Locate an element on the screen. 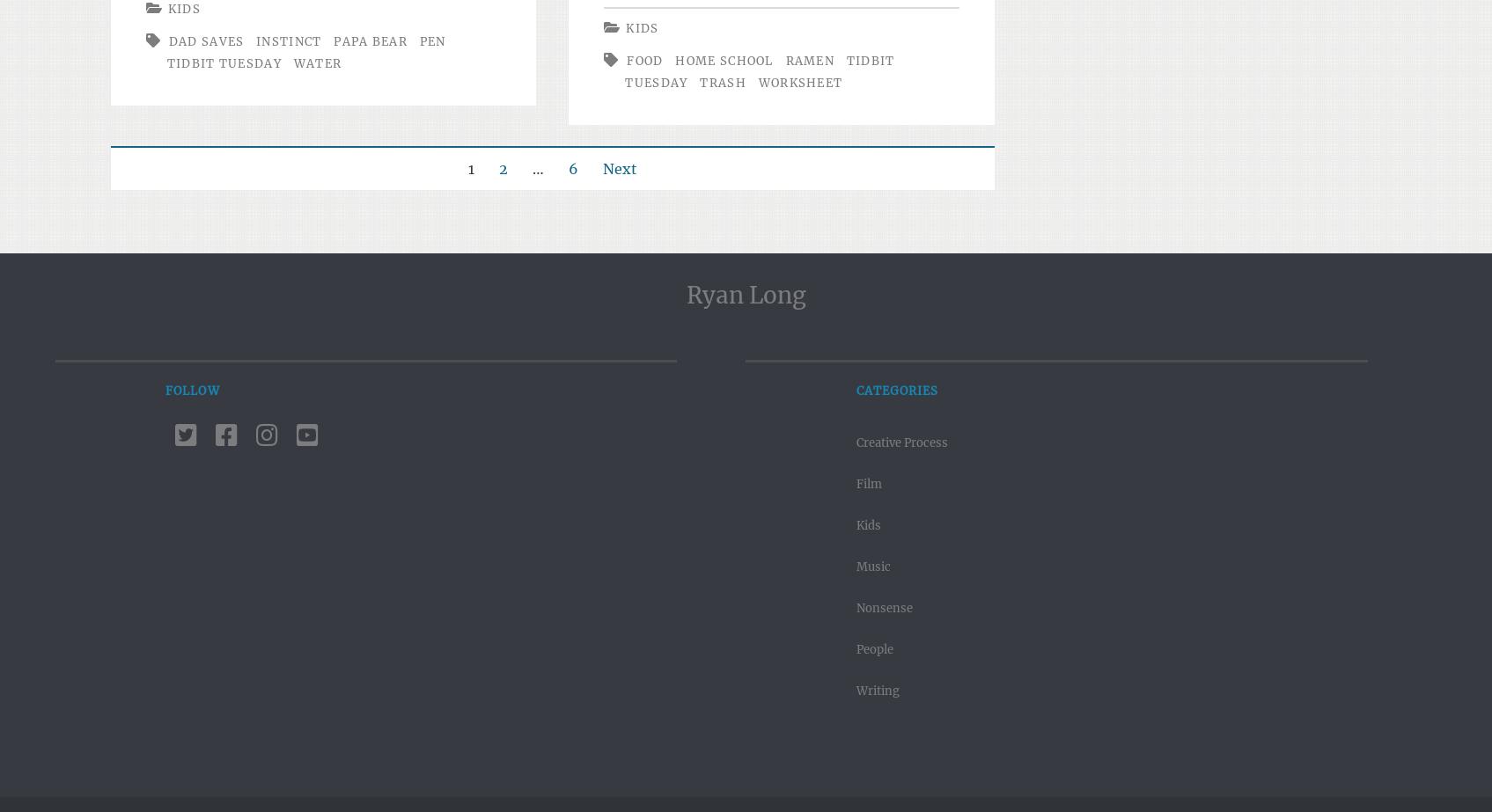 The width and height of the screenshot is (1492, 812). 'Writing' is located at coordinates (877, 690).